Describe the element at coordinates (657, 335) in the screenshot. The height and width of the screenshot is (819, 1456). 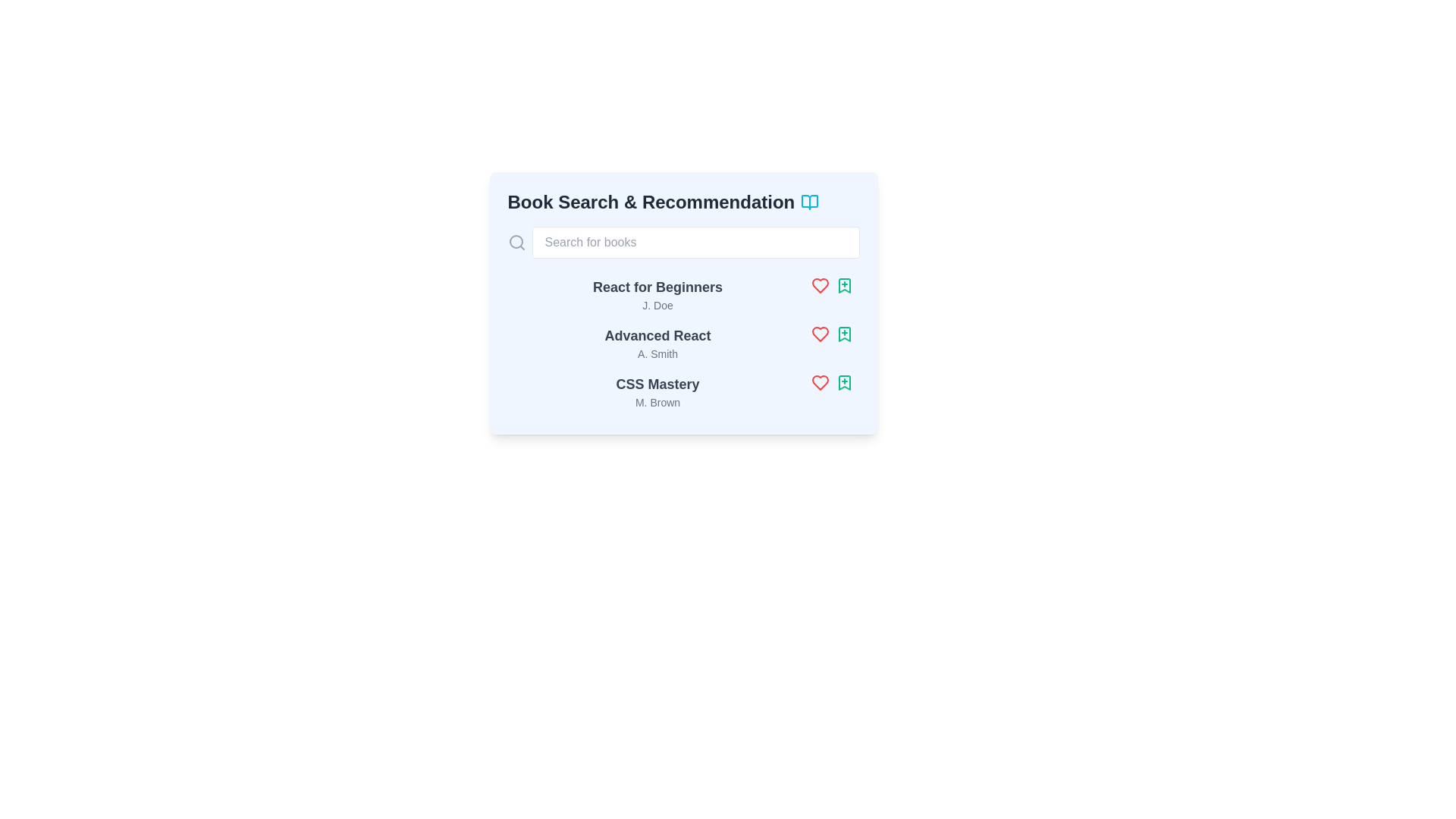
I see `the text label displaying 'Advanced React' which is styled in bold and larger font, located above 'A. Smith' in the central middle-right area of the book titles section` at that location.